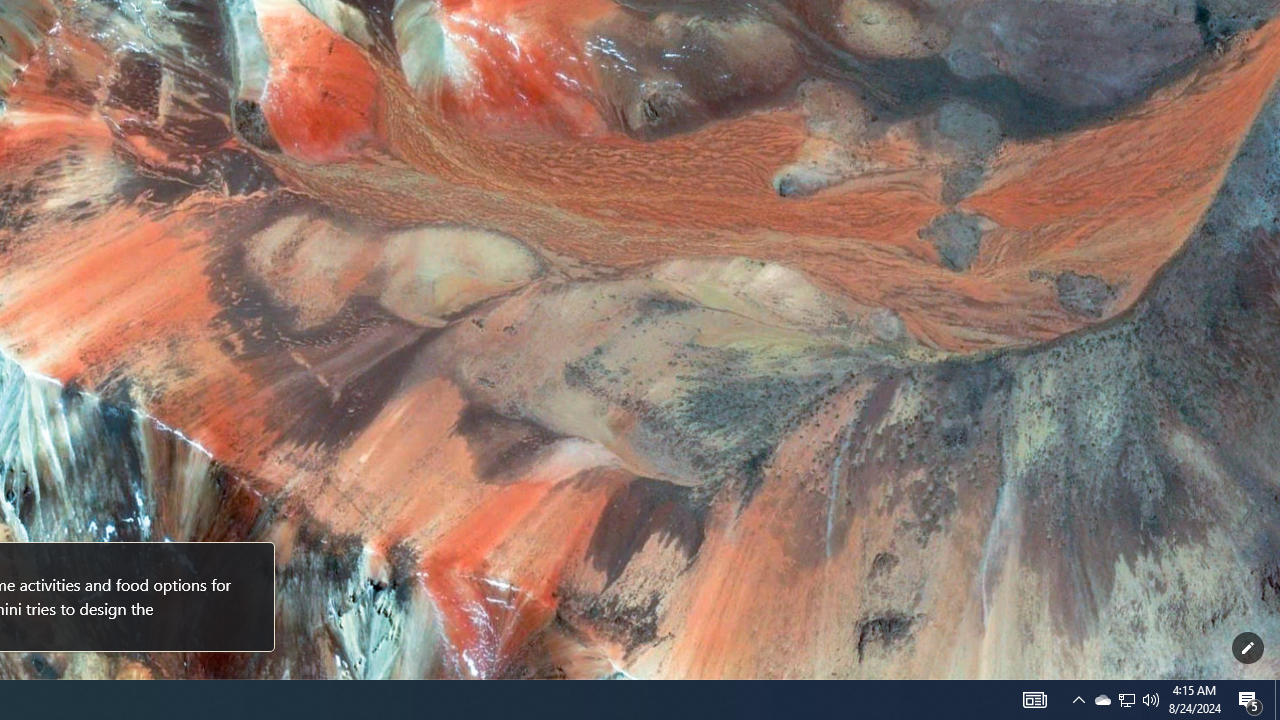  I want to click on 'Customize this page', so click(1247, 648).